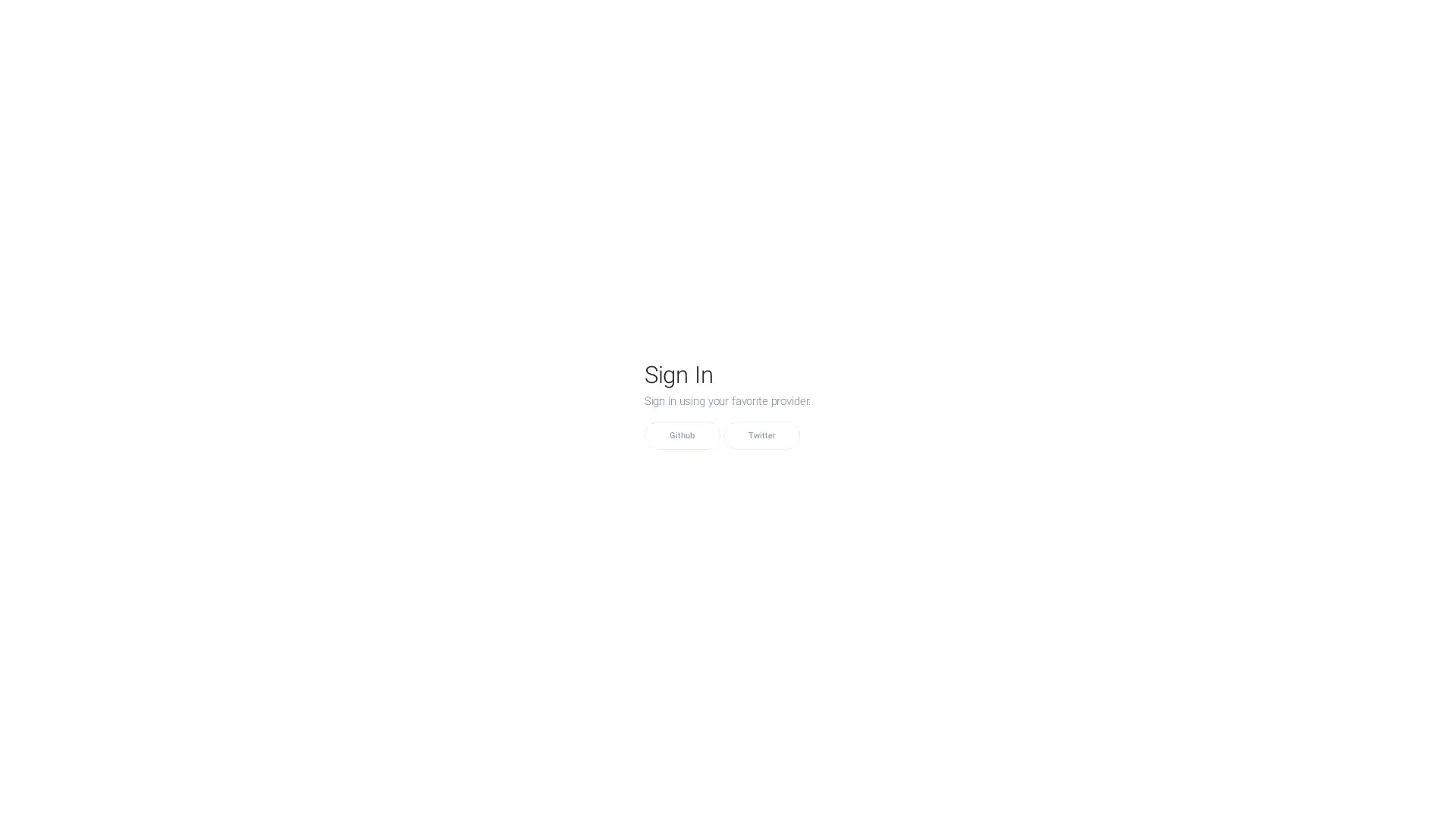 This screenshot has height=819, width=1456. Describe the element at coordinates (680, 435) in the screenshot. I see `Github` at that location.